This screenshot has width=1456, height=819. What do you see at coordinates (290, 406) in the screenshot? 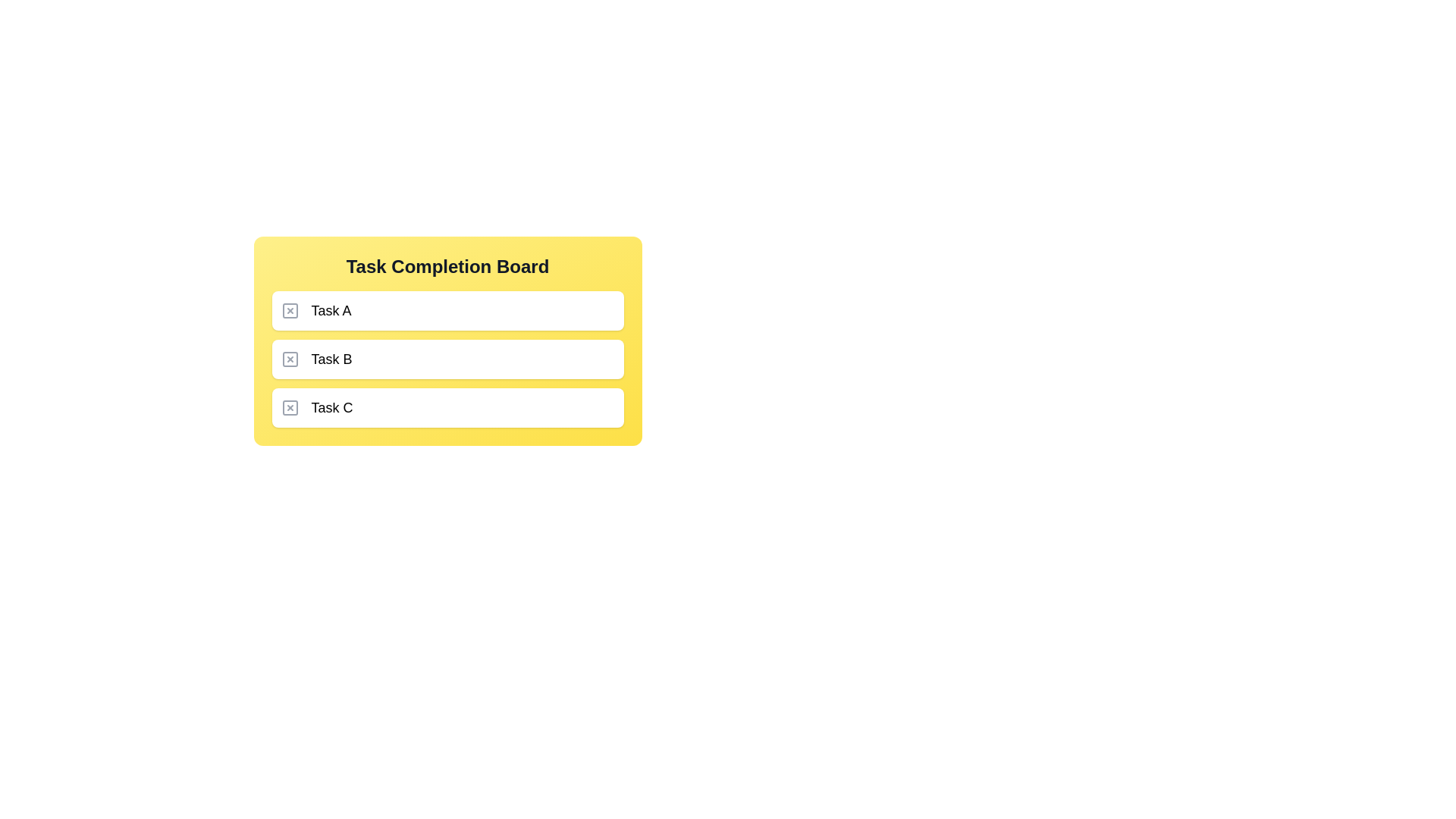
I see `the button` at bounding box center [290, 406].